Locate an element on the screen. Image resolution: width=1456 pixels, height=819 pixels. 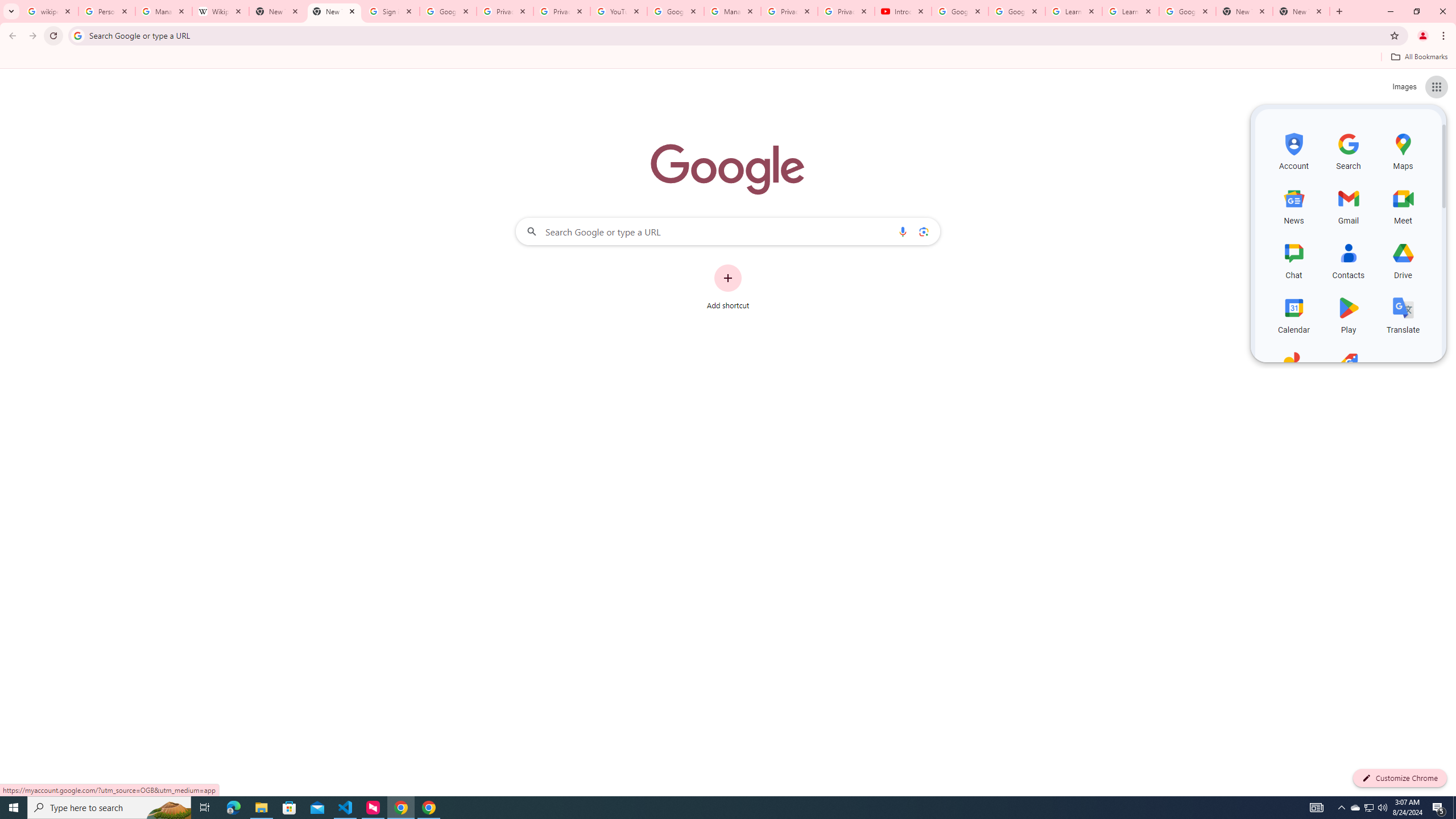
'Contacts, row 3 of 5 and column 2 of 3 in the first section' is located at coordinates (1349, 259).